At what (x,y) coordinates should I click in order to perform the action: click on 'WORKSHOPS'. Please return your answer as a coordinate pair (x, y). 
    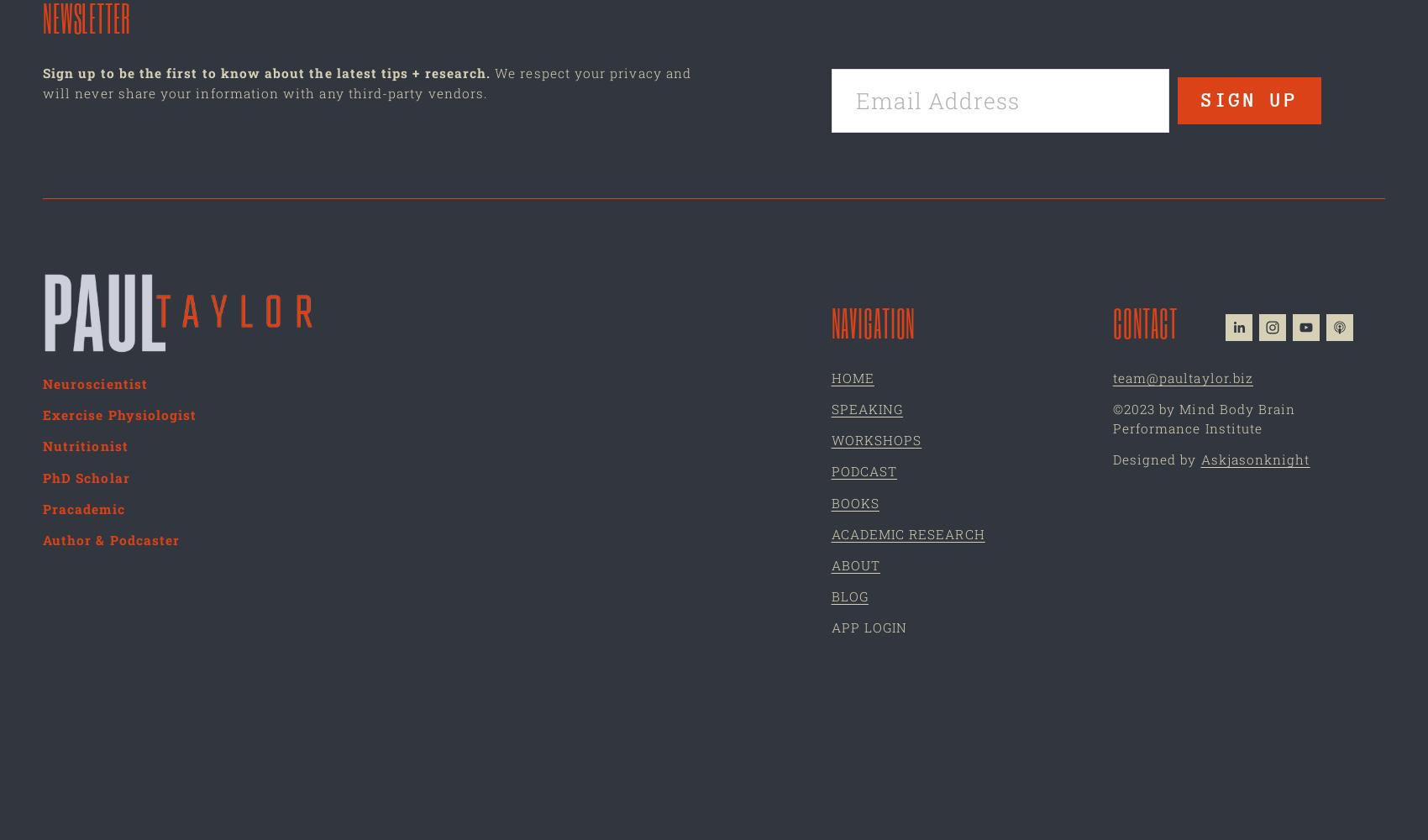
    Looking at the image, I should click on (874, 440).